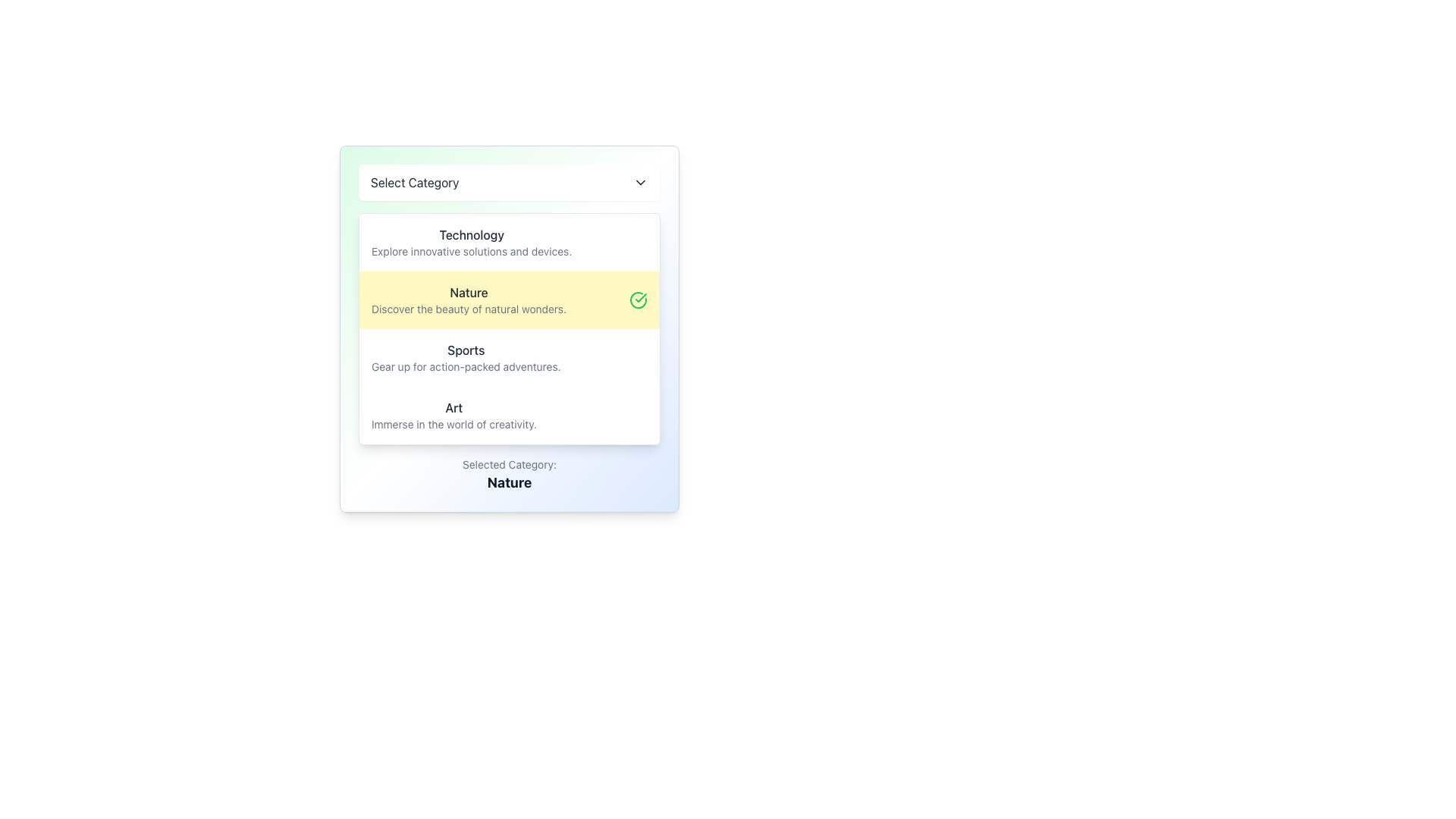 The width and height of the screenshot is (1456, 819). Describe the element at coordinates (471, 250) in the screenshot. I see `the text label displaying 'Explore innovative solutions and devices.' which is positioned directly below the heading 'Technology' within the Technology category section` at that location.